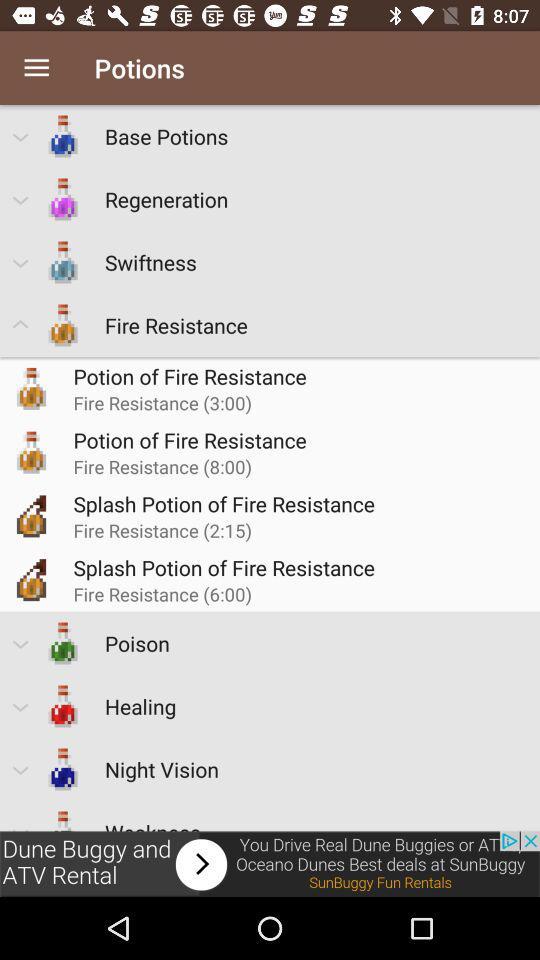 The width and height of the screenshot is (540, 960). What do you see at coordinates (270, 863) in the screenshot?
I see `advertisement to open sunbuggy fun rentals website` at bounding box center [270, 863].